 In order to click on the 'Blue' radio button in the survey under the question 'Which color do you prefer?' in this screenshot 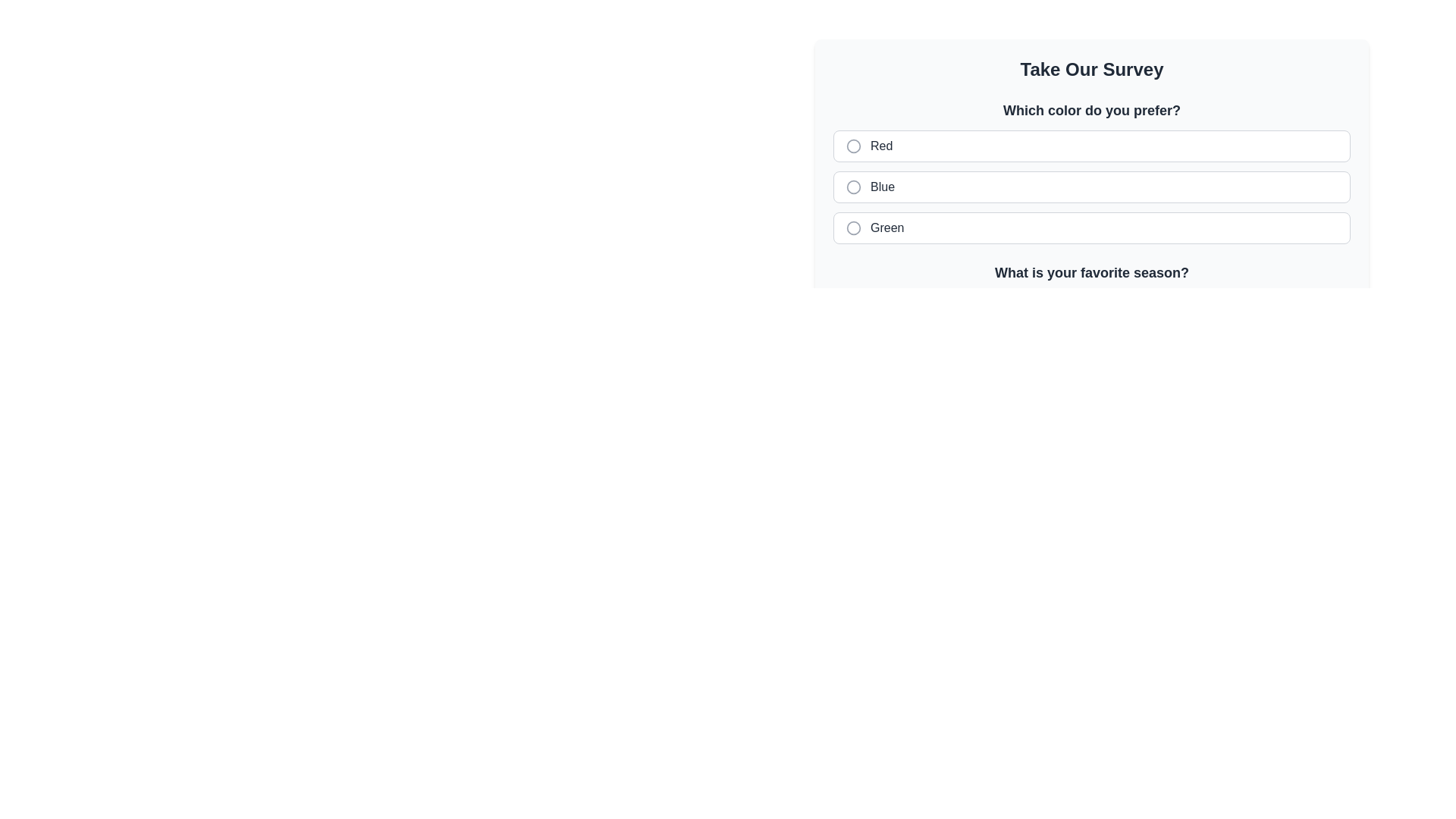, I will do `click(854, 186)`.